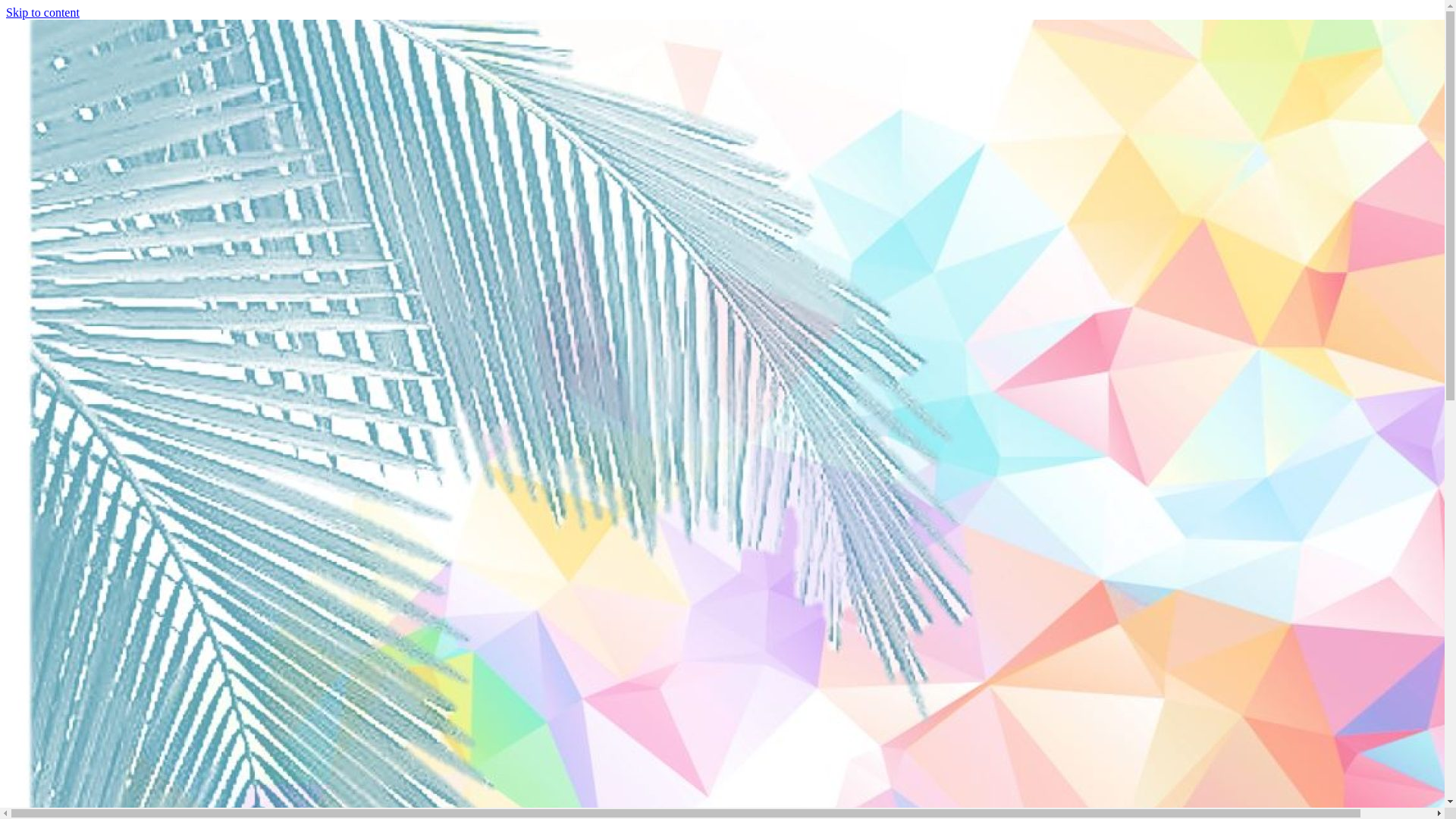 The height and width of the screenshot is (819, 1456). Describe the element at coordinates (42, 12) in the screenshot. I see `'Skip to content'` at that location.